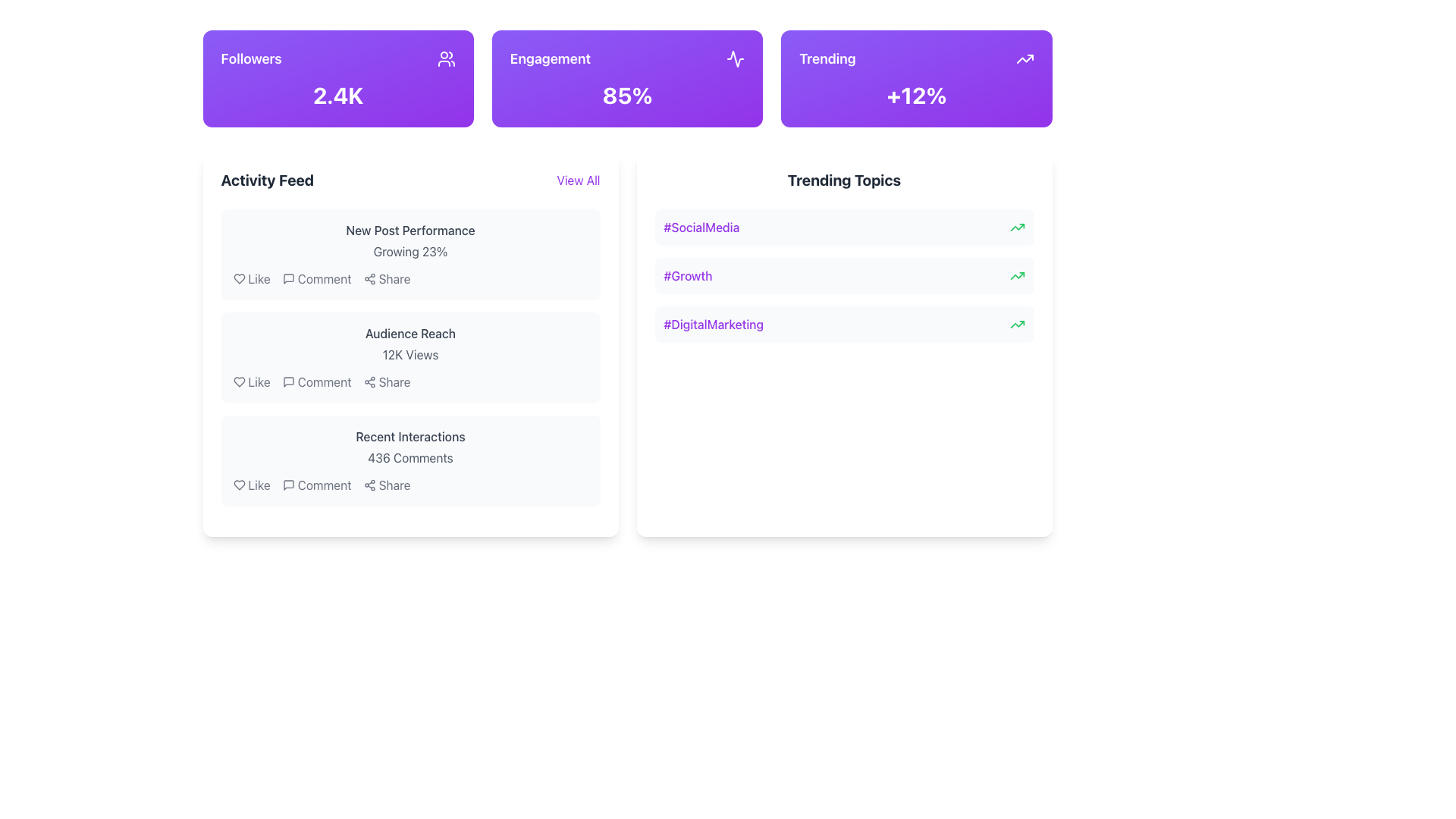 The image size is (1456, 819). Describe the element at coordinates (238, 485) in the screenshot. I see `the heart icon representing the 'Like' functionality` at that location.